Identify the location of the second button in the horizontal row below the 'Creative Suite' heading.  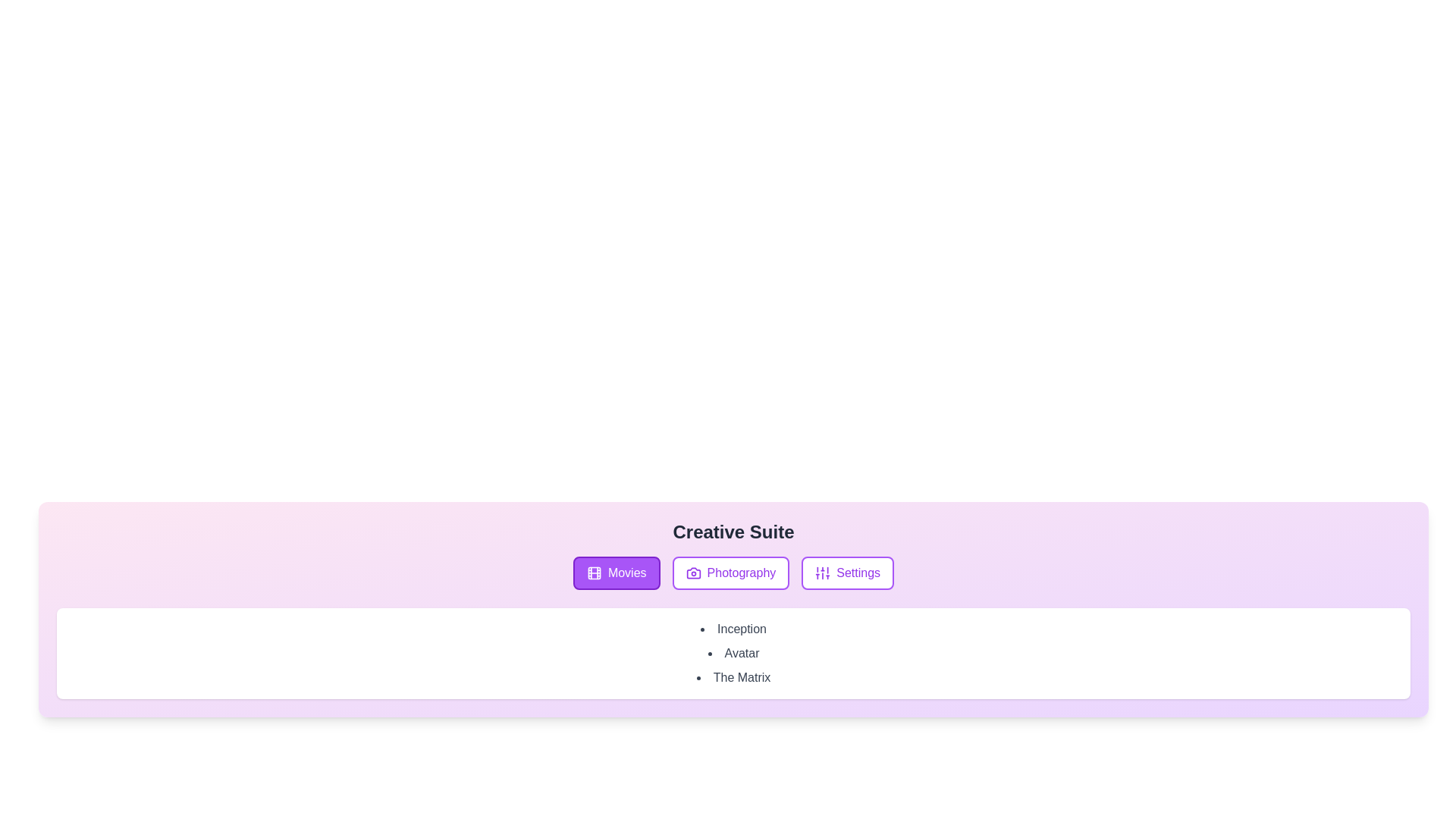
(730, 573).